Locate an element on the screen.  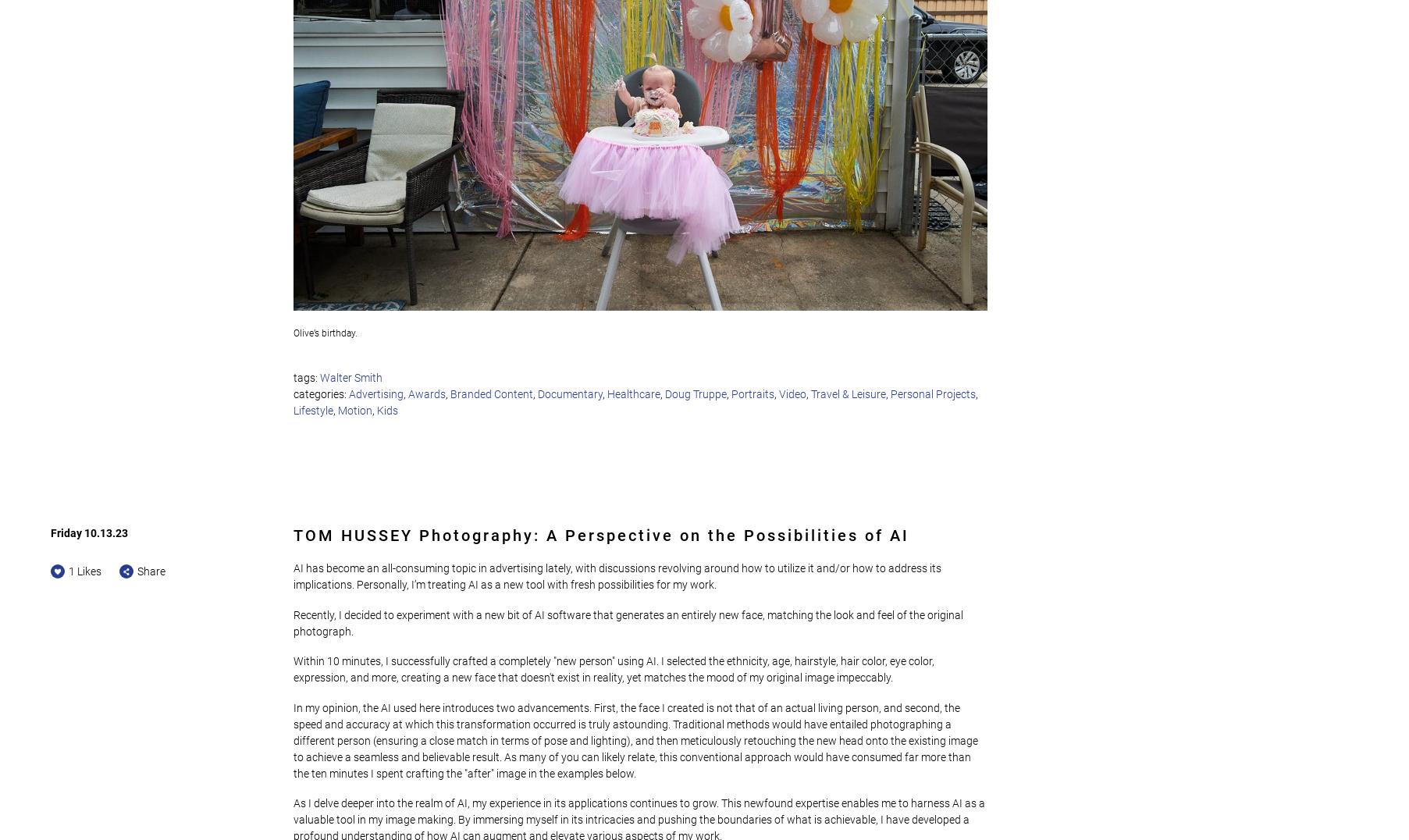
'1 Likes' is located at coordinates (85, 571).